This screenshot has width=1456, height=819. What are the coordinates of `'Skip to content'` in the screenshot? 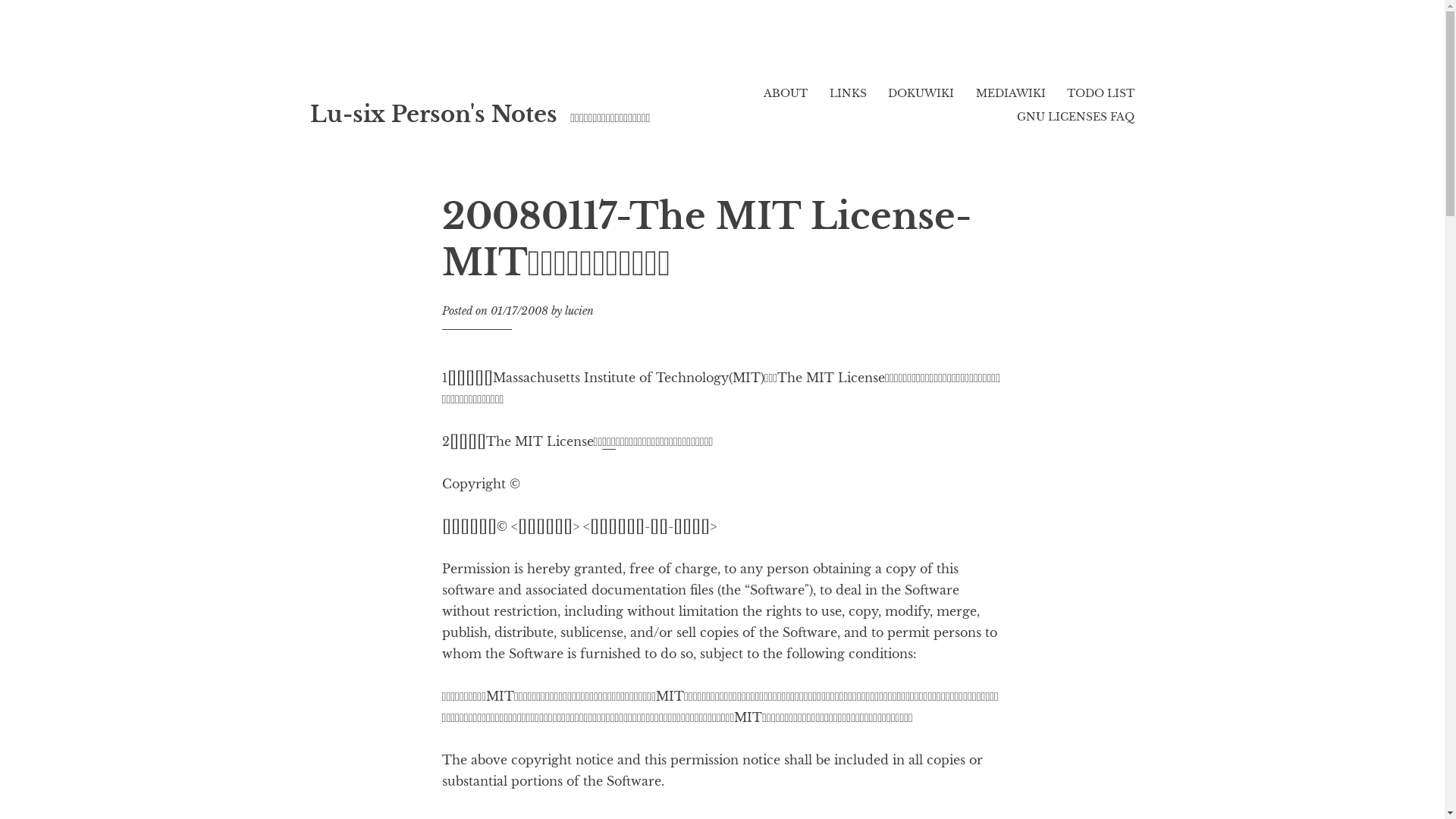 It's located at (309, 60).